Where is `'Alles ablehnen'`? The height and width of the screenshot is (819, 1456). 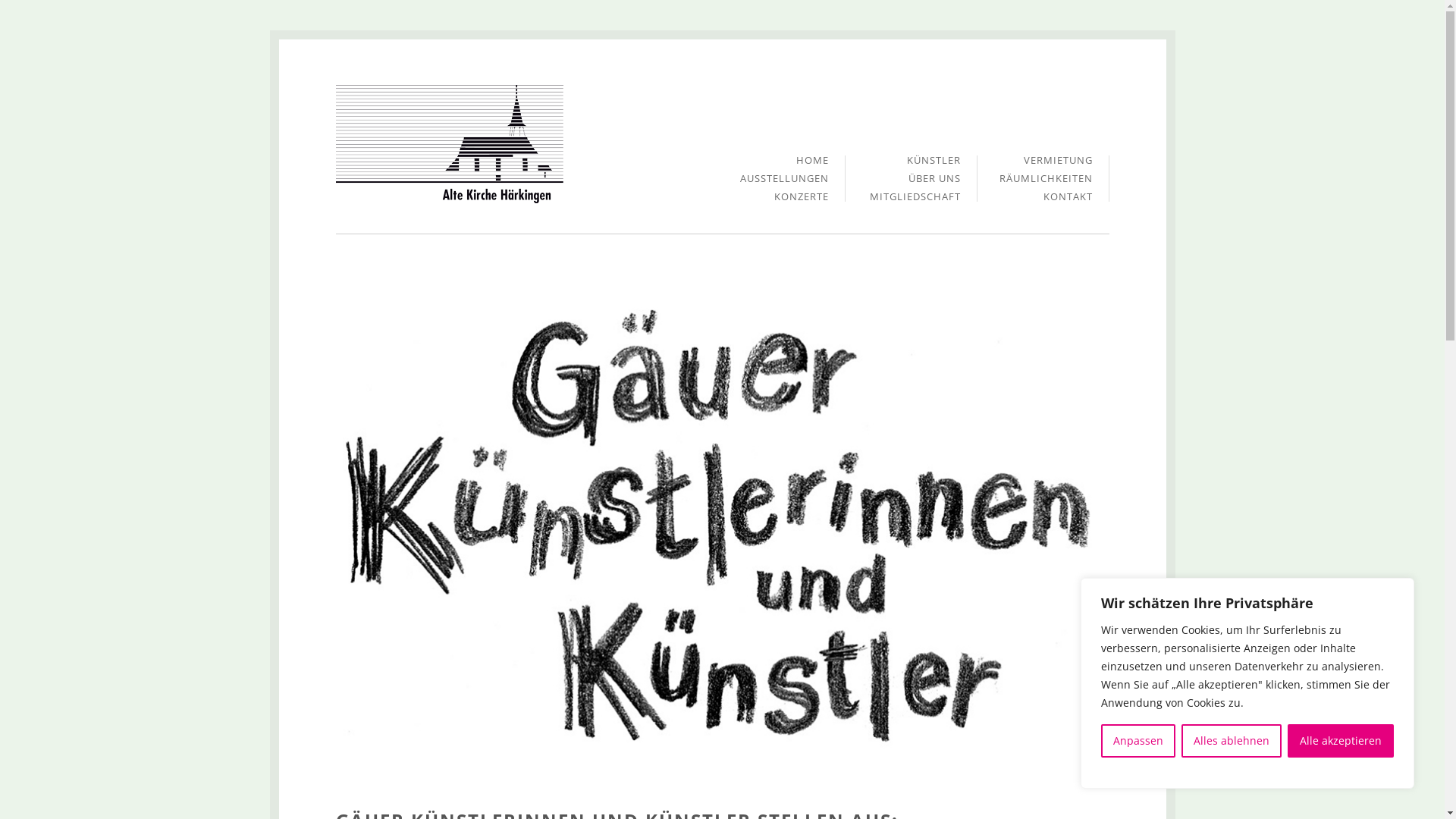 'Alles ablehnen' is located at coordinates (1231, 739).